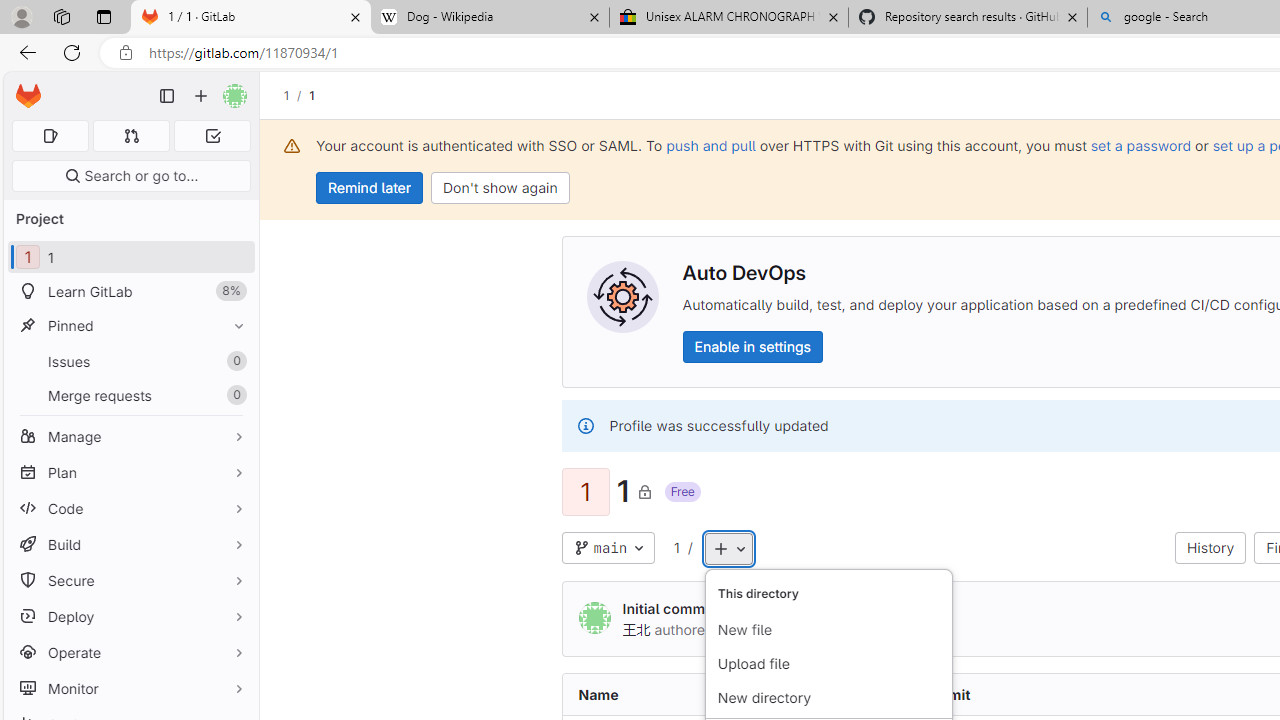 The height and width of the screenshot is (720, 1280). Describe the element at coordinates (130, 580) in the screenshot. I see `'Secure'` at that location.